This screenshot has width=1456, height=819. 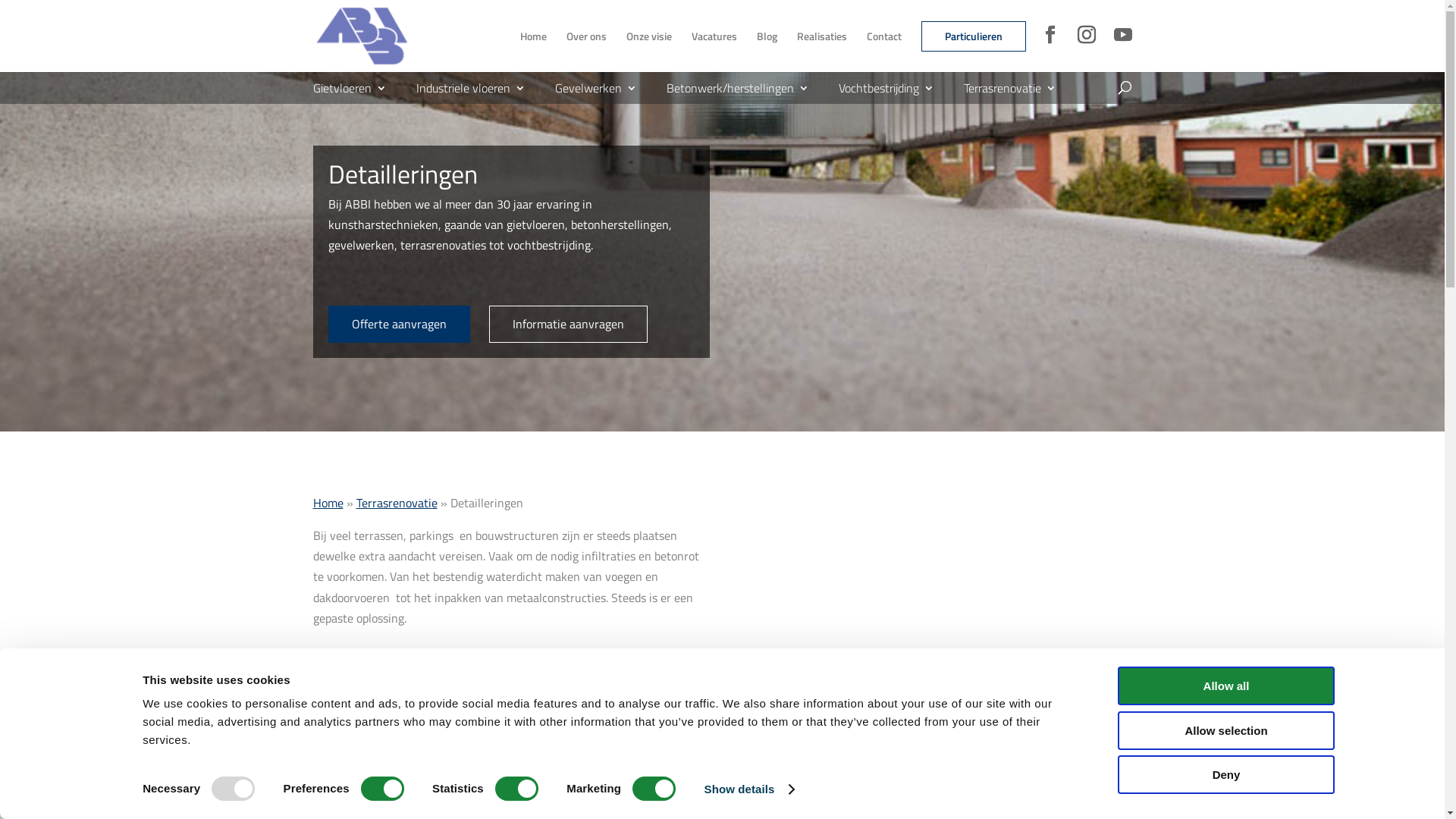 What do you see at coordinates (1226, 686) in the screenshot?
I see `'Allow all'` at bounding box center [1226, 686].